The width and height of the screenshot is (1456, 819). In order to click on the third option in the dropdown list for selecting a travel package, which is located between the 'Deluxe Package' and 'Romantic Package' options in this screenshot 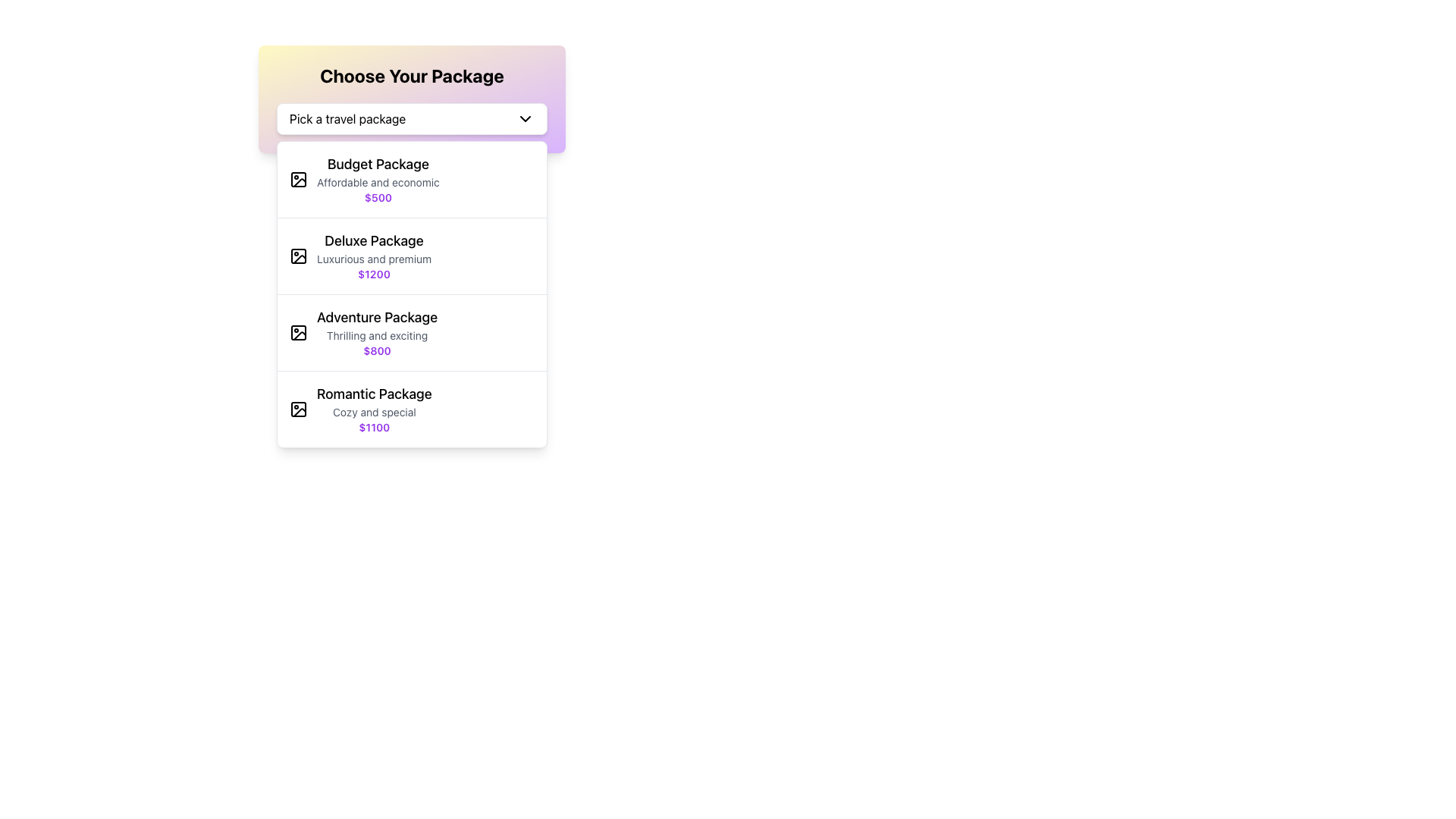, I will do `click(412, 332)`.